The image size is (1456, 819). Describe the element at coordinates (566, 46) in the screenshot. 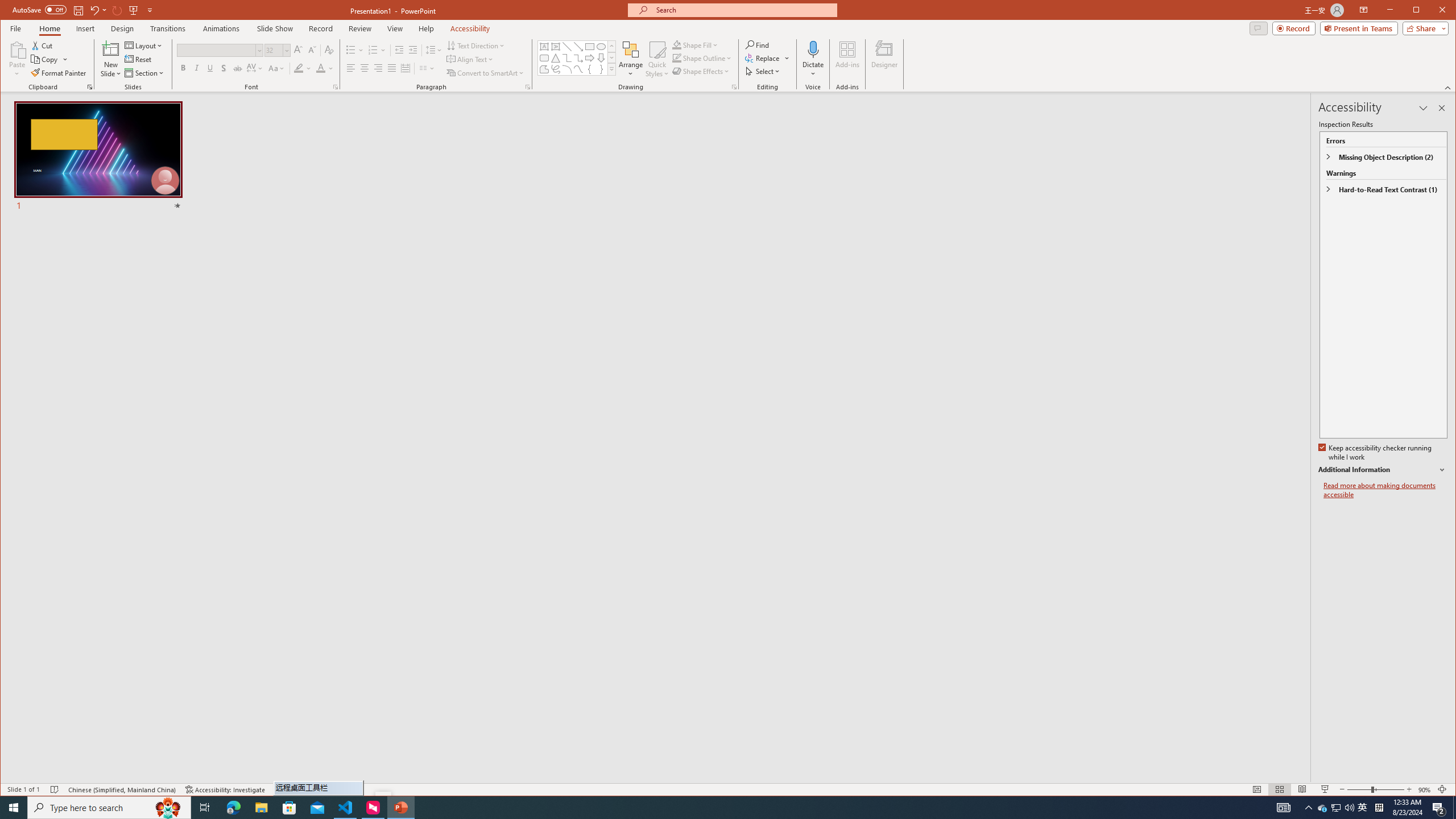

I see `'Line'` at that location.